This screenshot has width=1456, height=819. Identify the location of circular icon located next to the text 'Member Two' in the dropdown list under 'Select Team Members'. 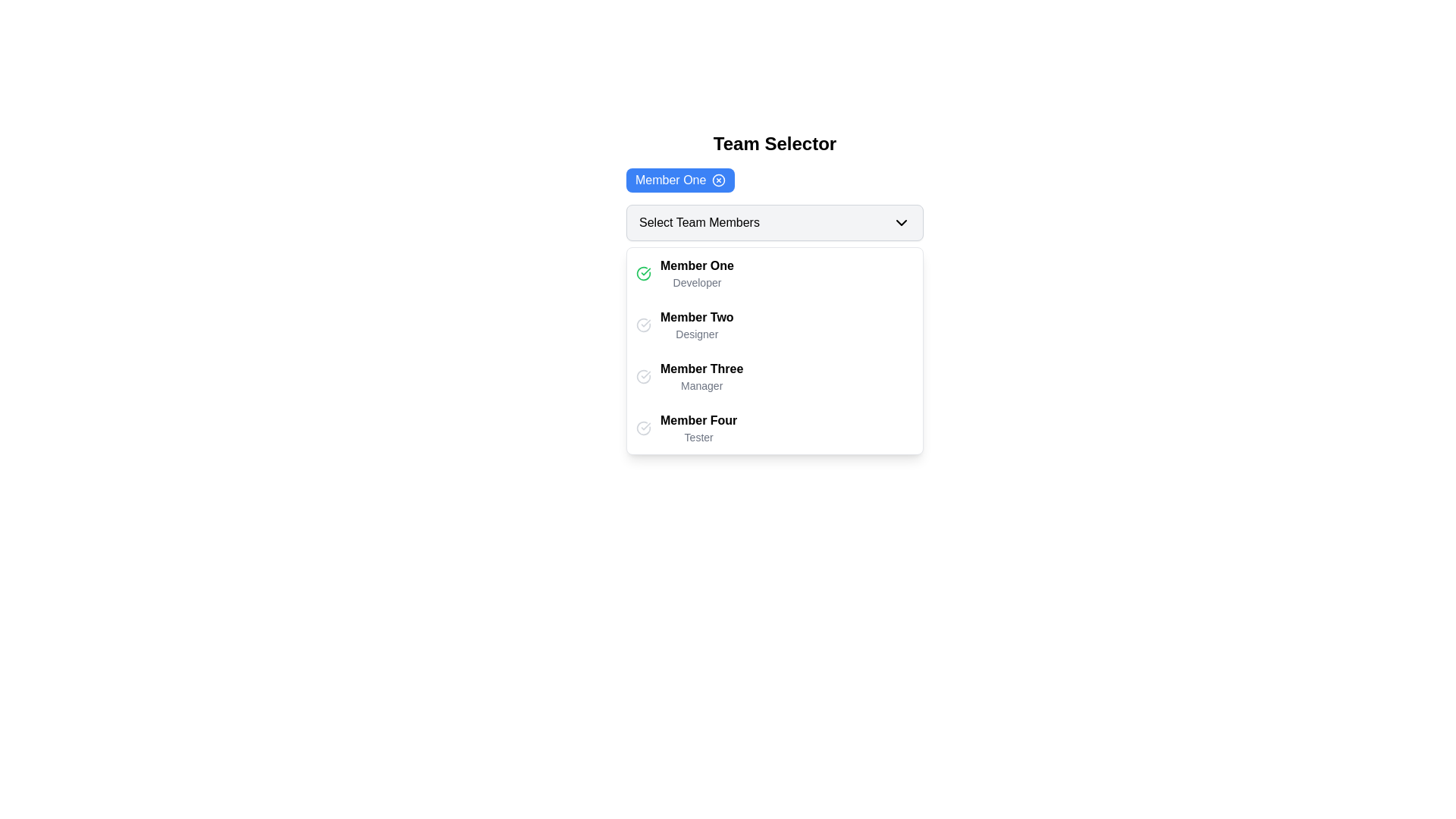
(644, 324).